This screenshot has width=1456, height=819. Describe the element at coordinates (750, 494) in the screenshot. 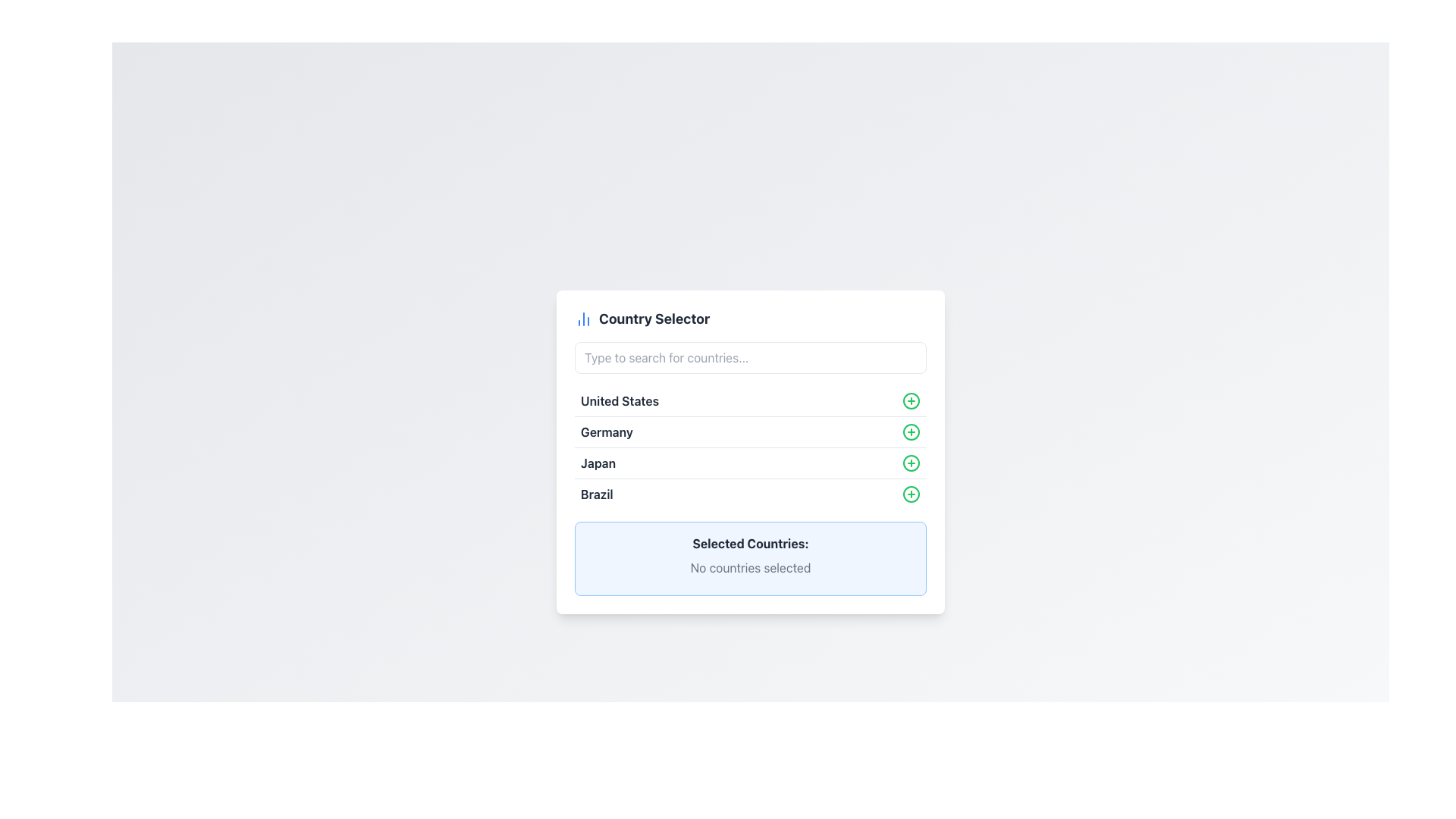

I see `the list item labeled 'Brazil' in the country selector interface` at that location.